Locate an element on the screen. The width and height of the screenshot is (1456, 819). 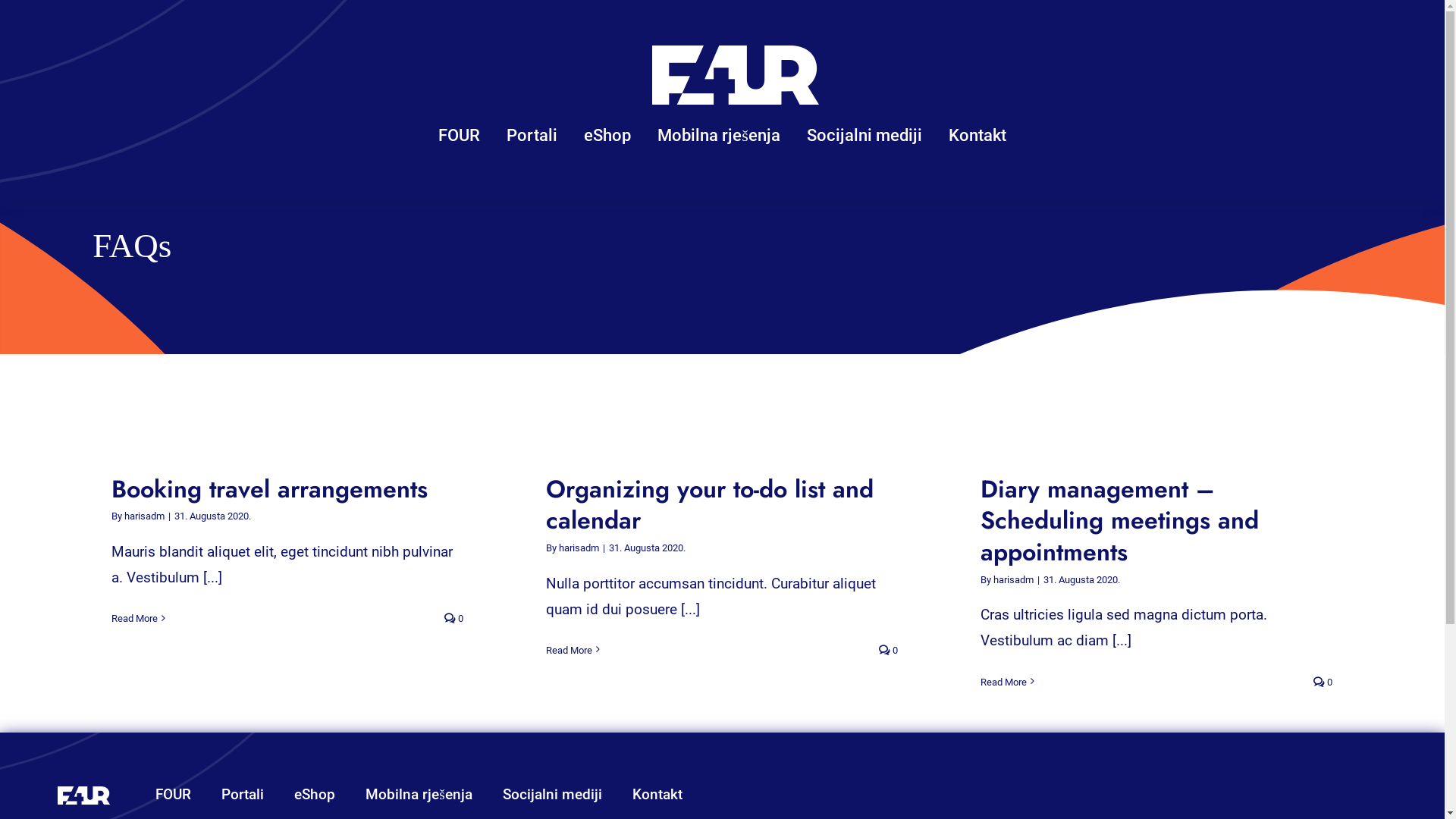
'Kontakt' is located at coordinates (977, 136).